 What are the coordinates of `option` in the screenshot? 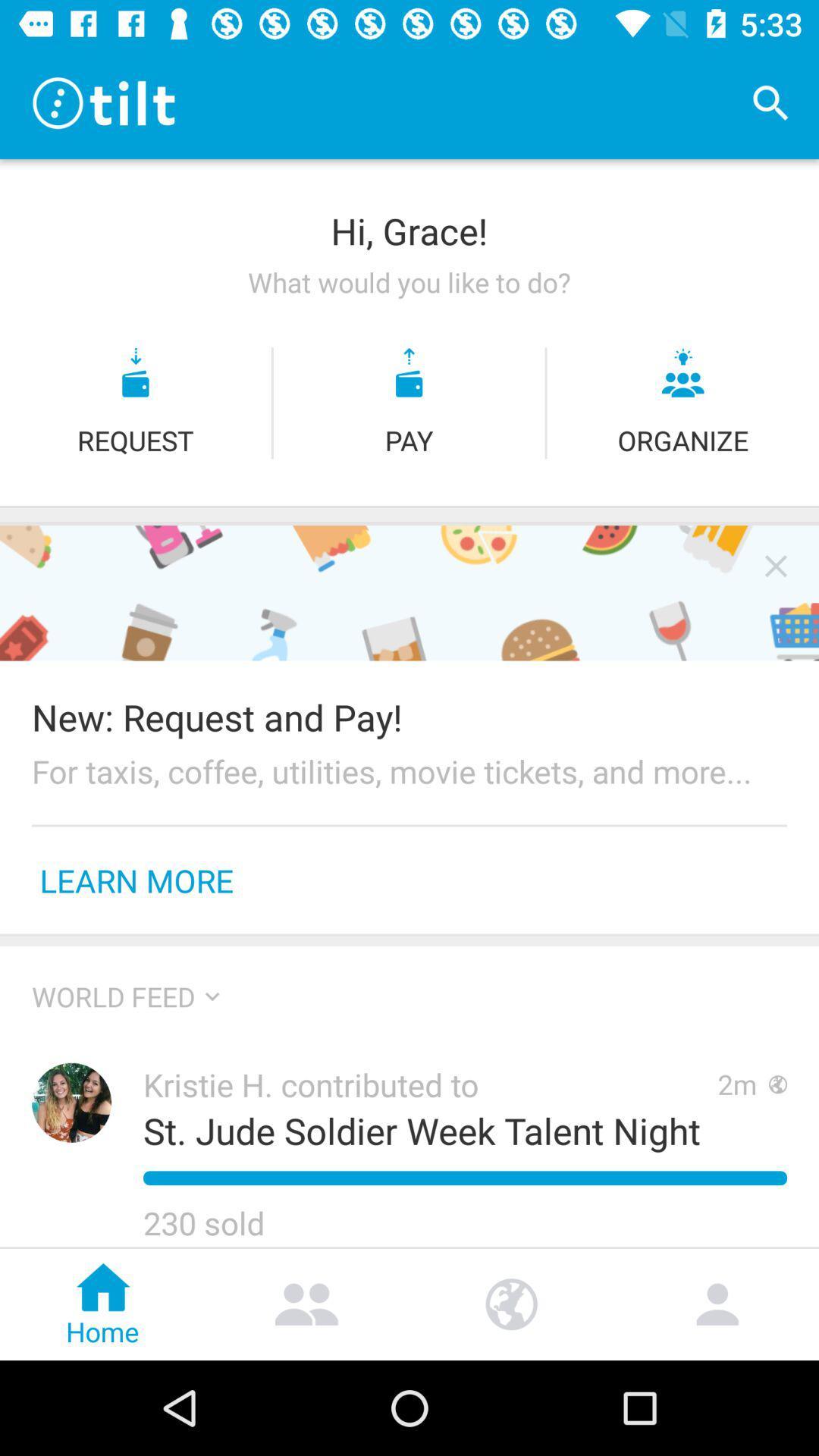 It's located at (776, 565).